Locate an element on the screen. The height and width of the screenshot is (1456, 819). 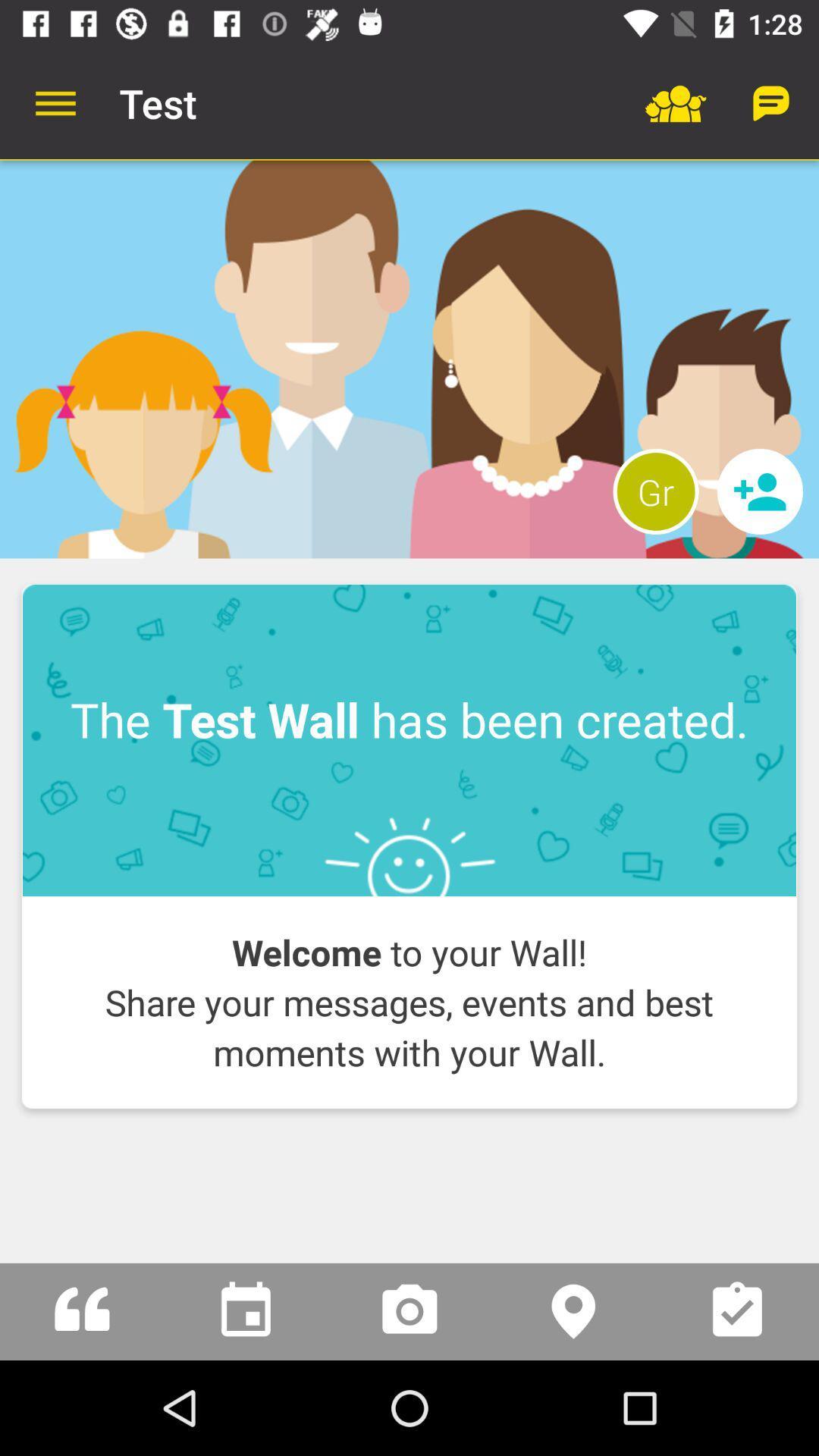
item to the left of test app is located at coordinates (55, 102).